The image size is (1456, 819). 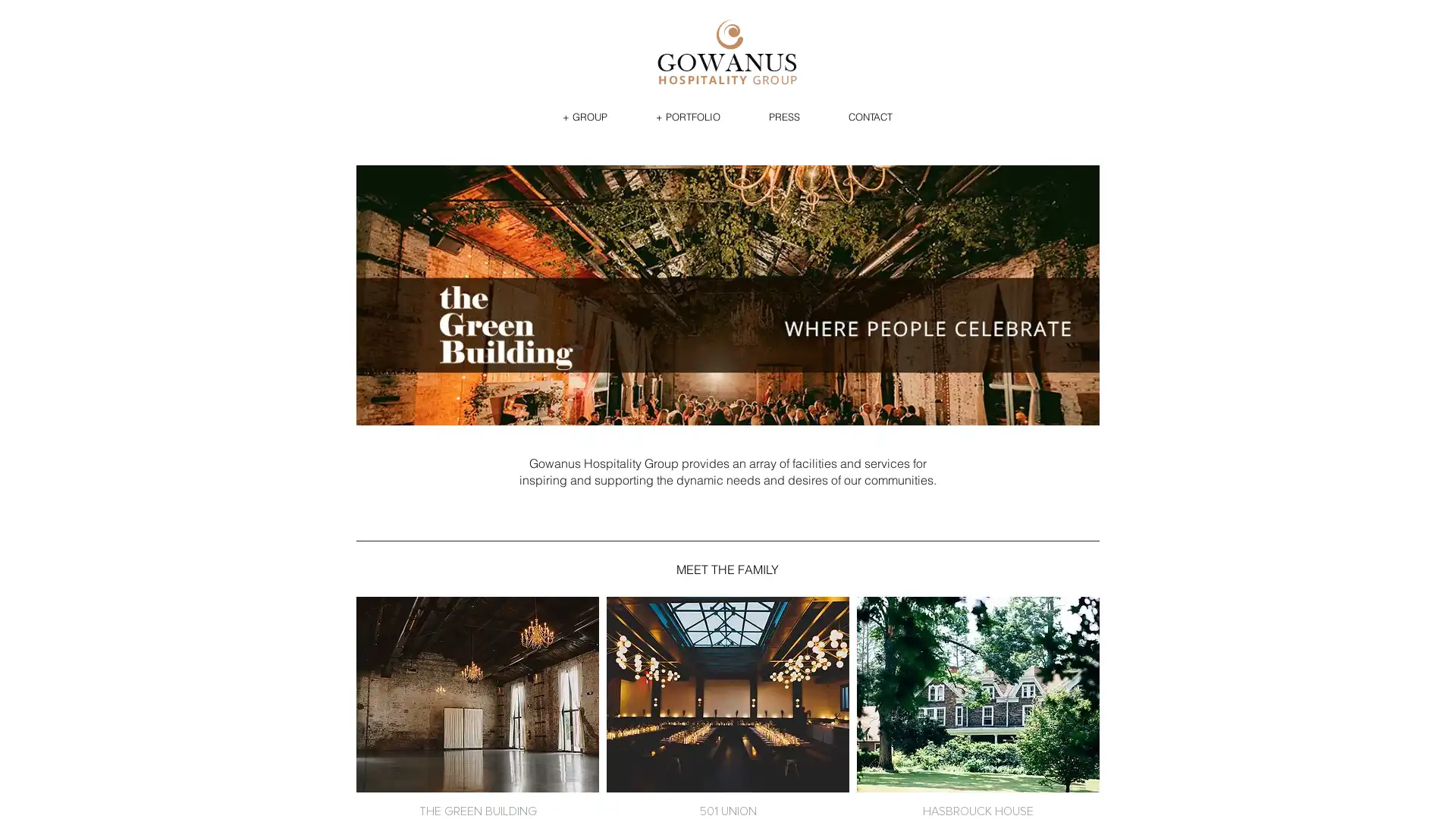 What do you see at coordinates (388, 295) in the screenshot?
I see `previous` at bounding box center [388, 295].